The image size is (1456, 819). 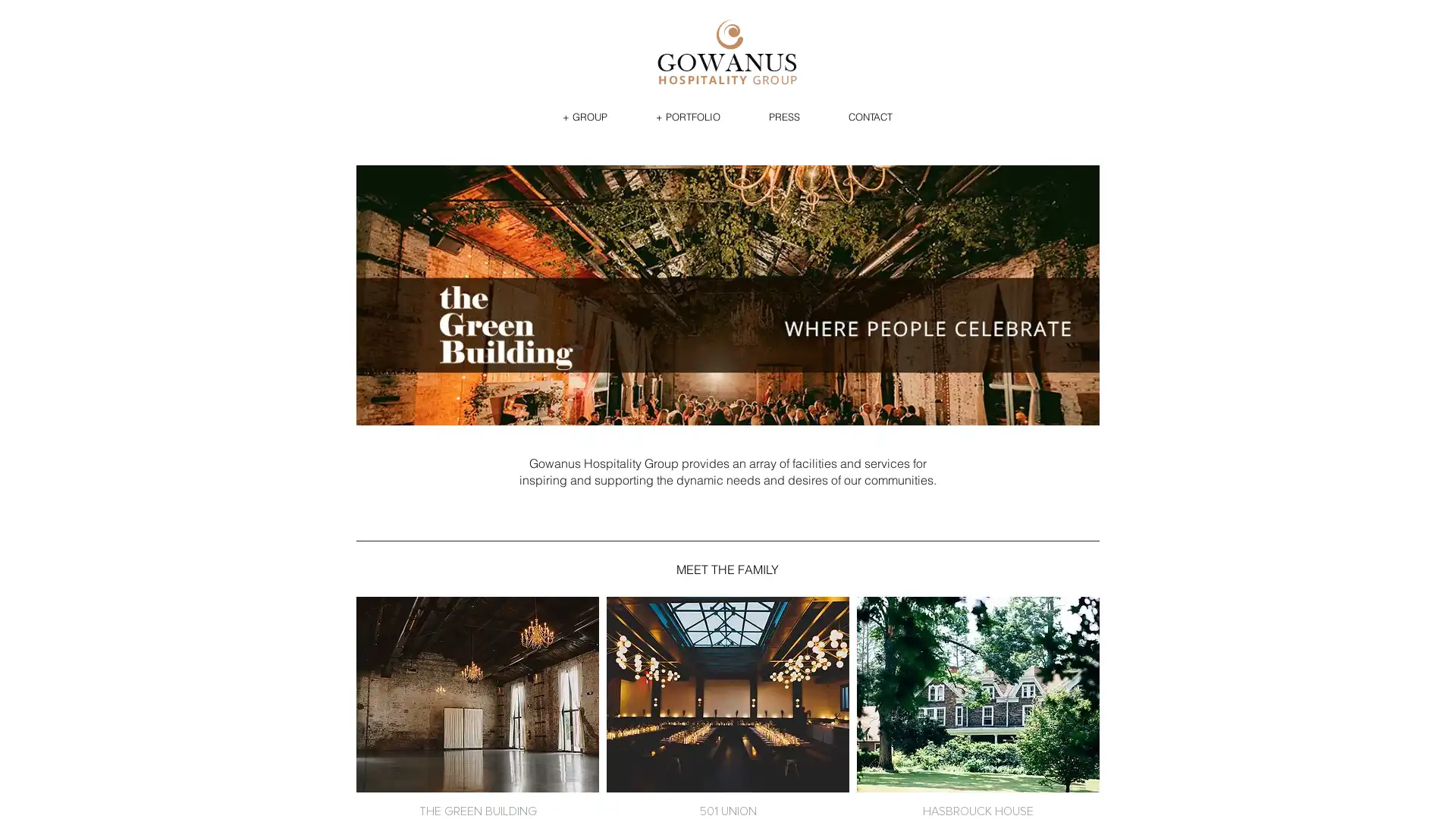 What do you see at coordinates (388, 295) in the screenshot?
I see `previous` at bounding box center [388, 295].